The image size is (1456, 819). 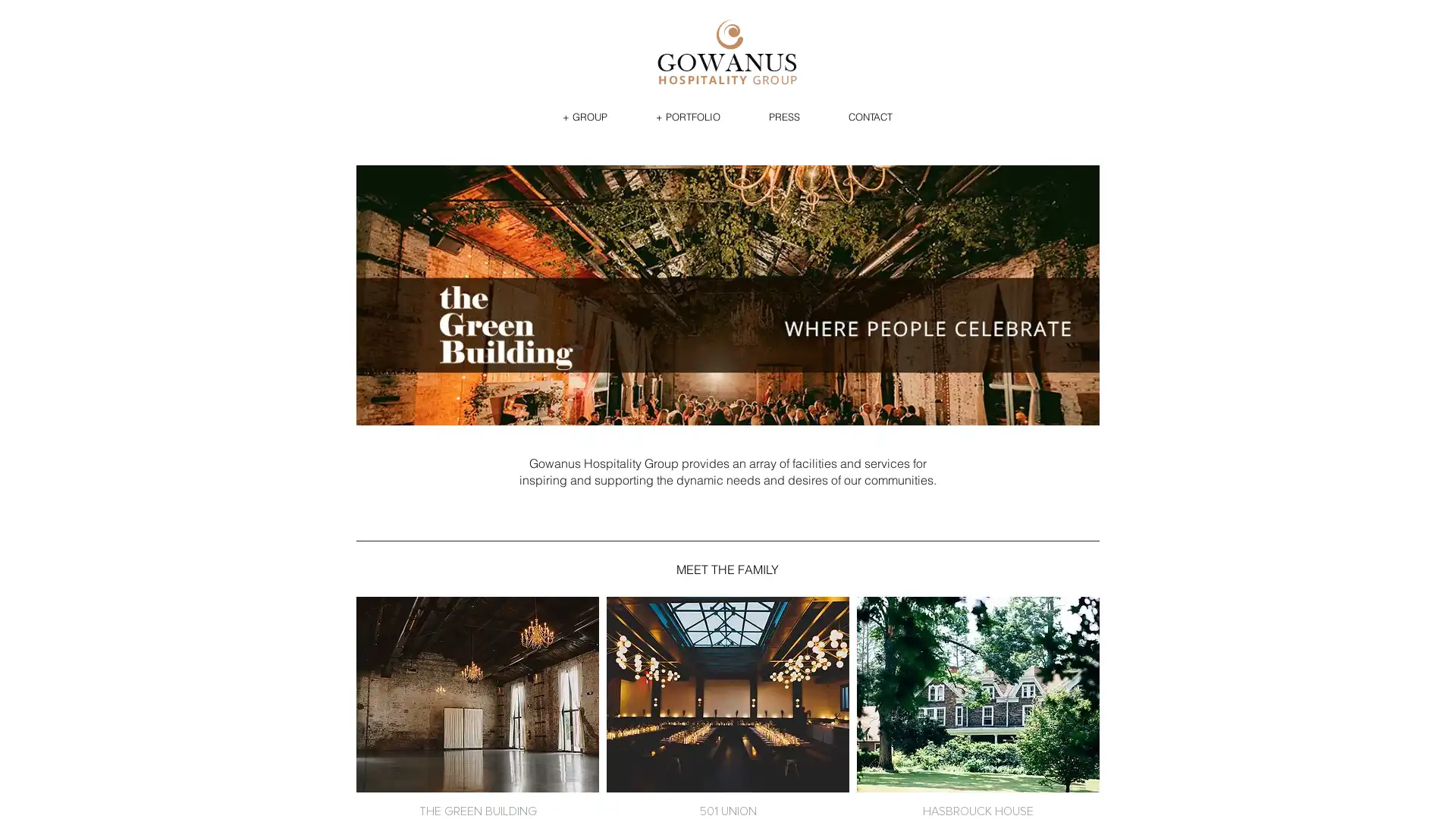 What do you see at coordinates (388, 295) in the screenshot?
I see `previous` at bounding box center [388, 295].